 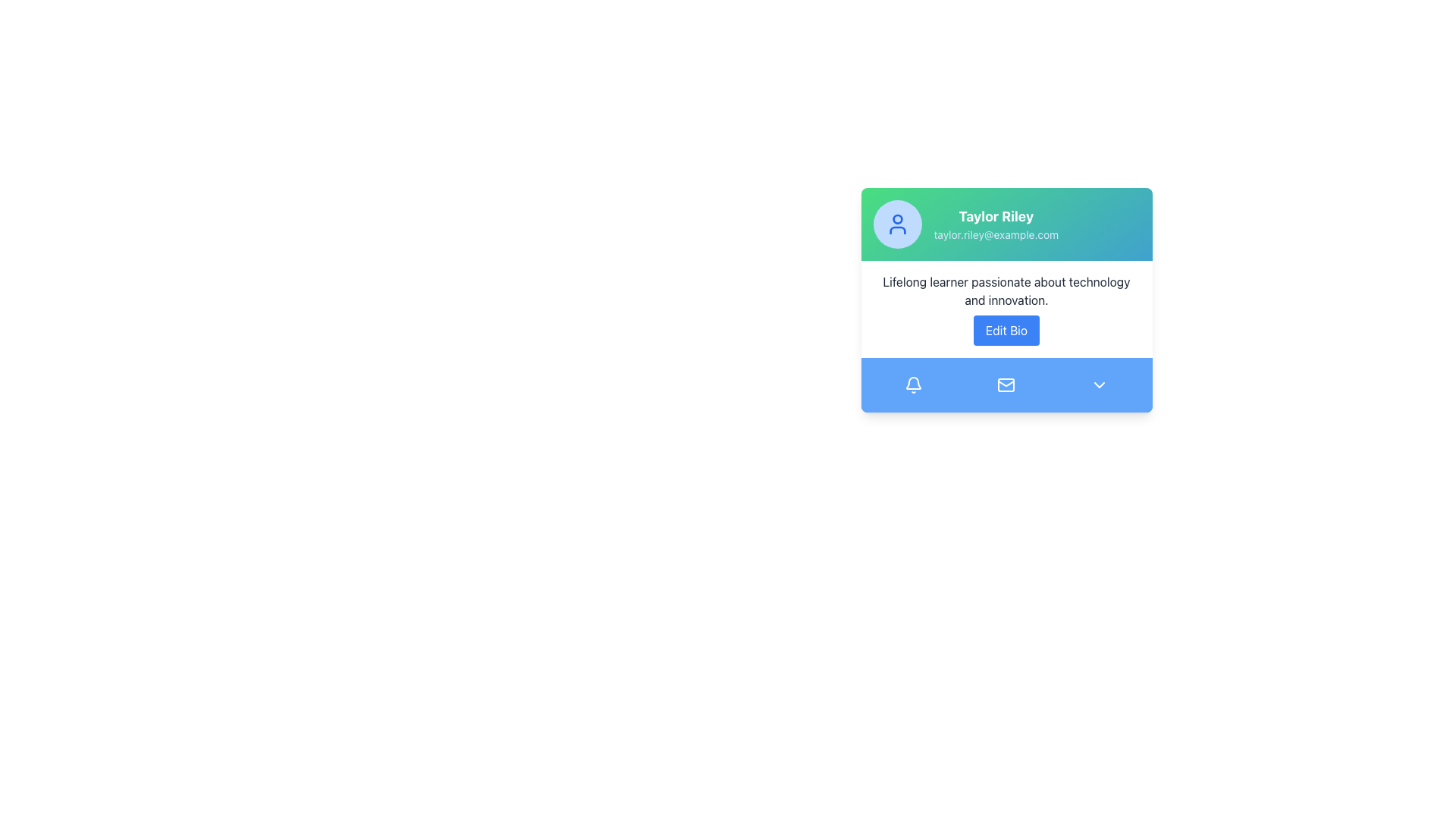 What do you see at coordinates (897, 224) in the screenshot?
I see `the user icon, which is styled as a solid blue outline of a person within a circular button that has a light blue background, located at the top-left corner of the card interface` at bounding box center [897, 224].